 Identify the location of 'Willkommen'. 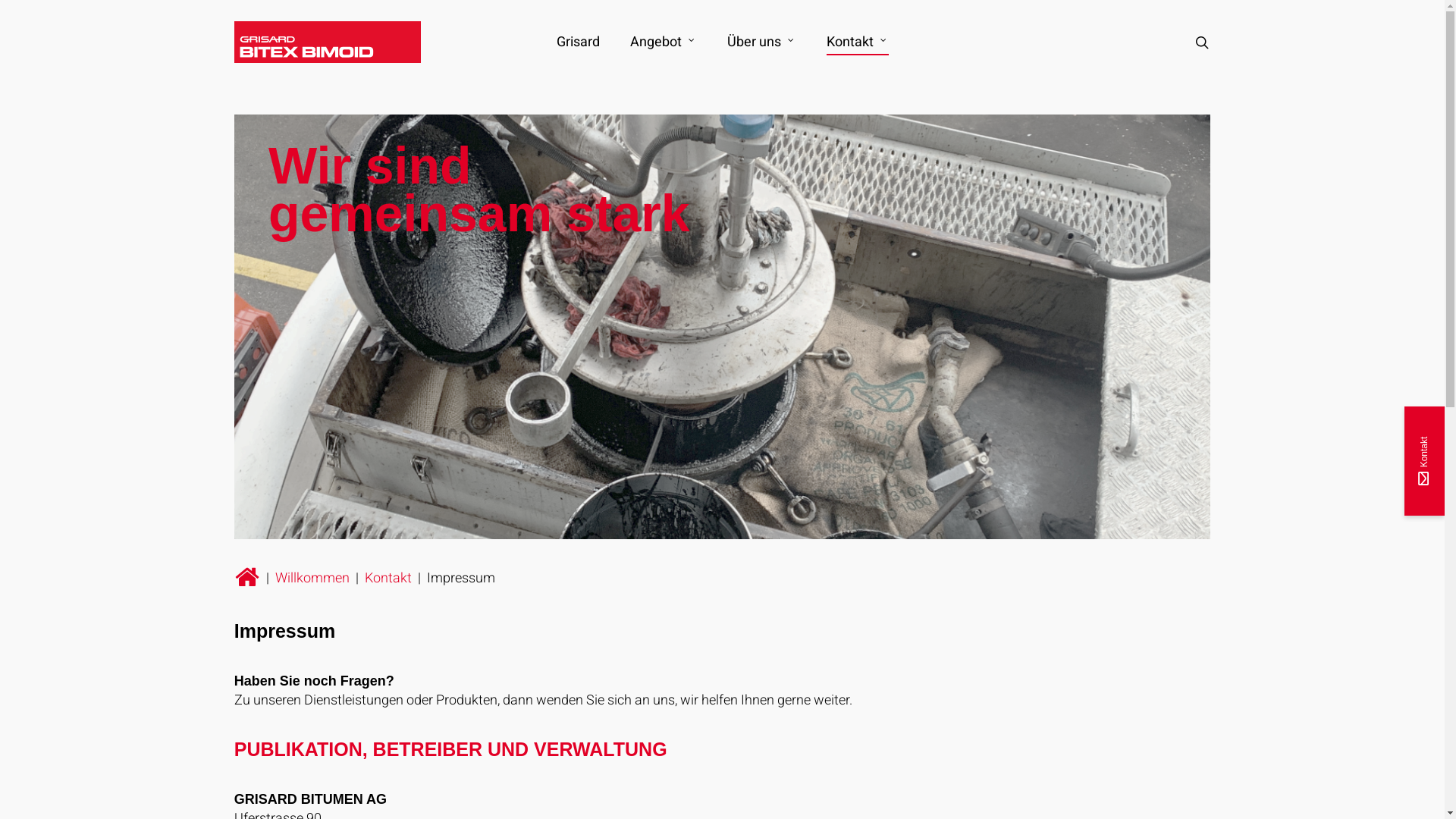
(312, 578).